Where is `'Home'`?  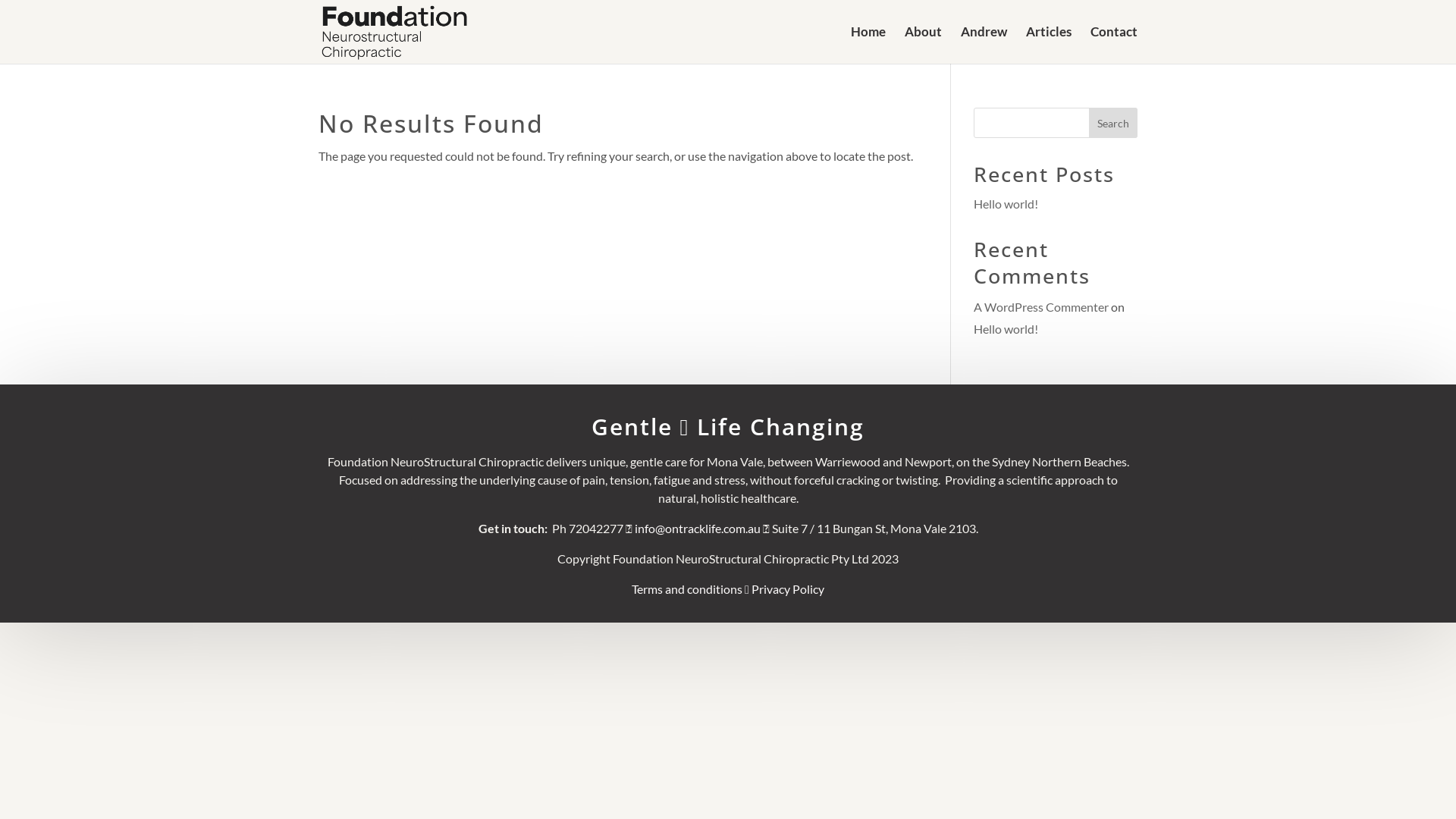 'Home' is located at coordinates (868, 44).